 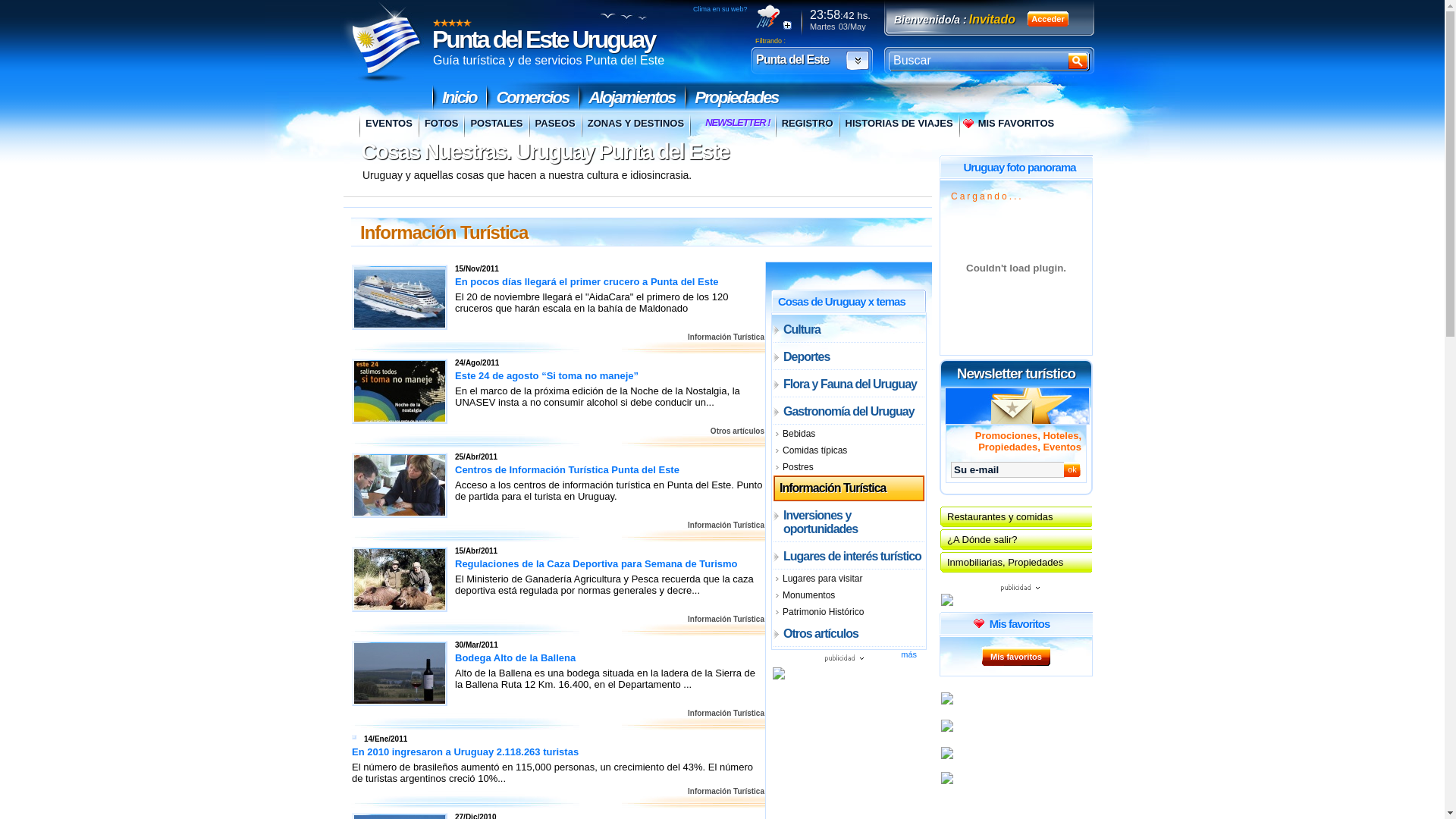 I want to click on 'ok', so click(x=1072, y=468).